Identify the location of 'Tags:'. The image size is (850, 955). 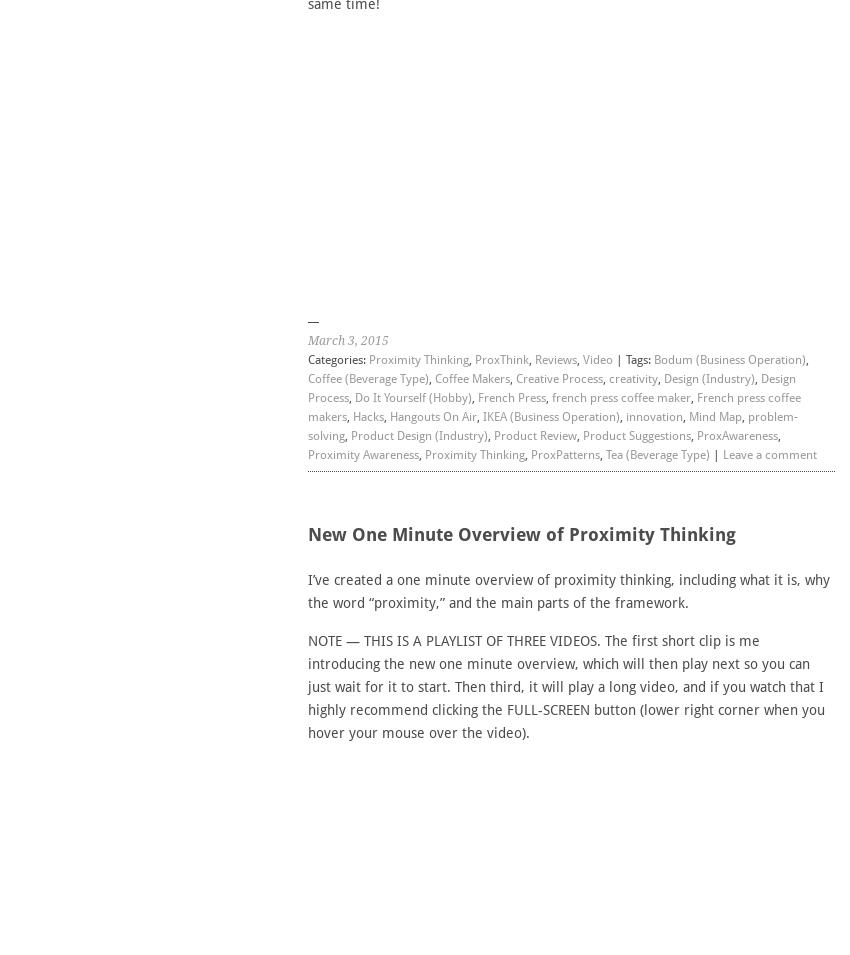
(639, 359).